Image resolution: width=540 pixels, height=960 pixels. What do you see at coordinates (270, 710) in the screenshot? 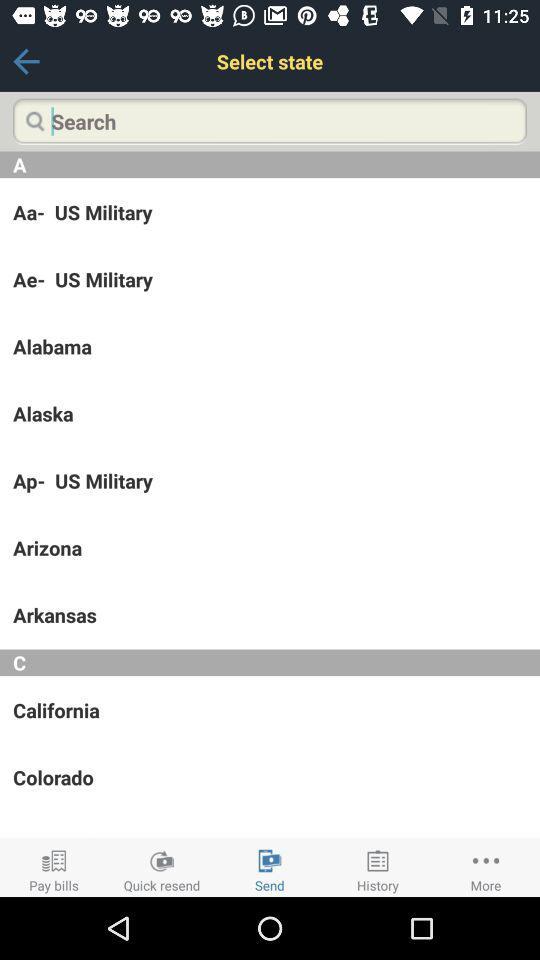
I see `the icon above the colorado icon` at bounding box center [270, 710].